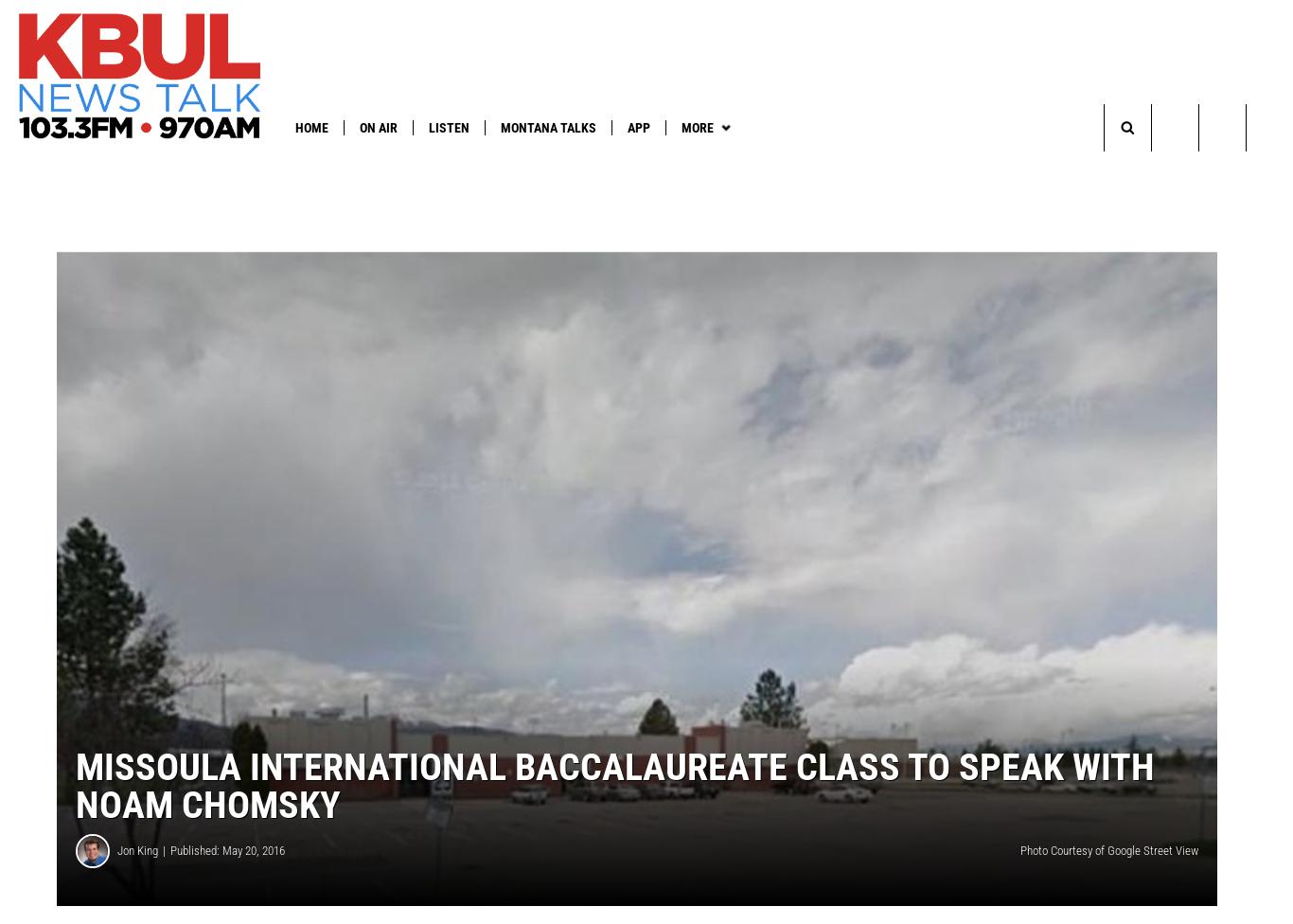 The width and height of the screenshot is (1293, 924). I want to click on 'Latest on Montana Legislature', so click(211, 165).